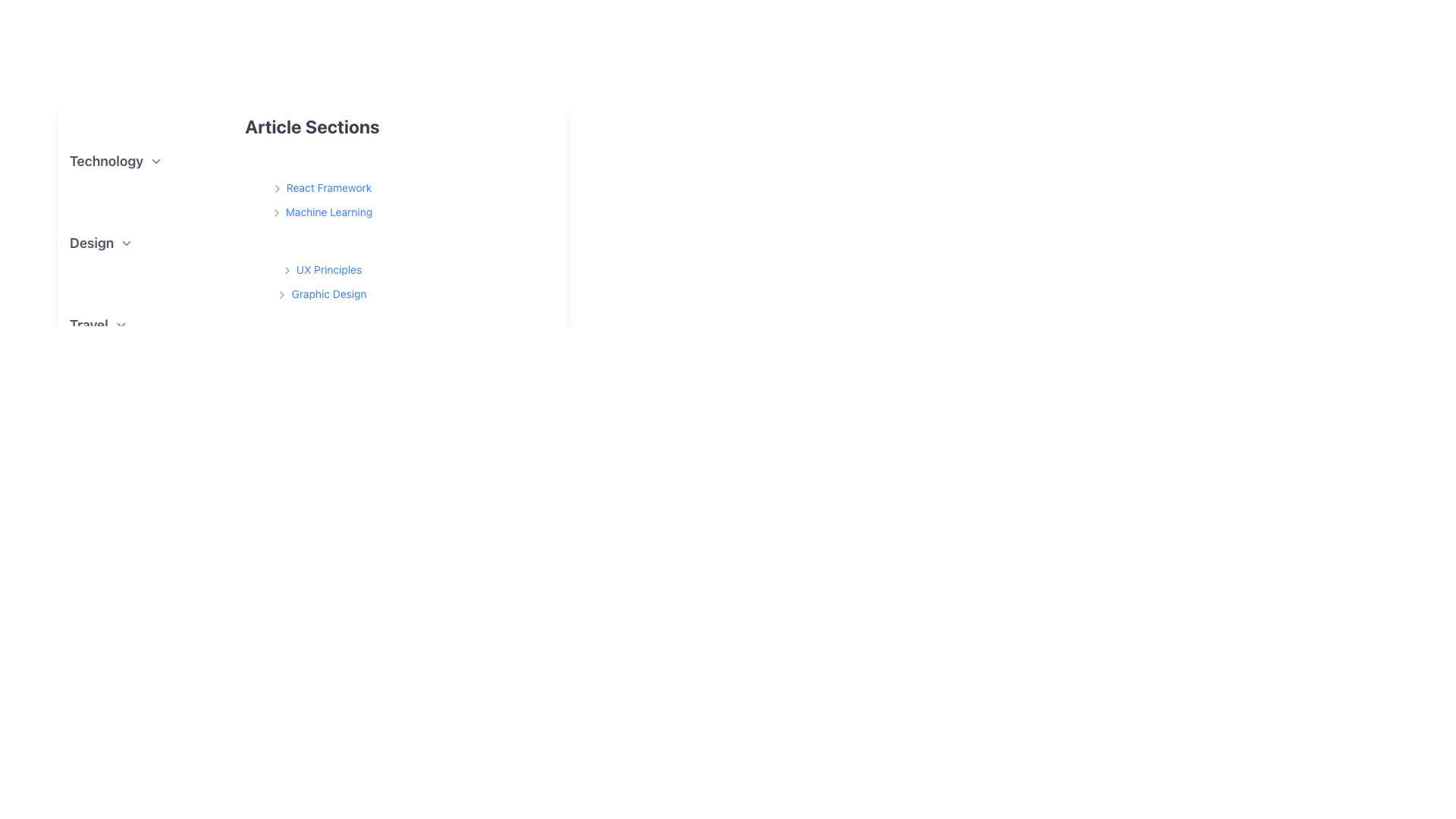  I want to click on the Internal icon located to the left of the 'Graphic Design' text link in the 'Article Sections' area, so click(282, 295).